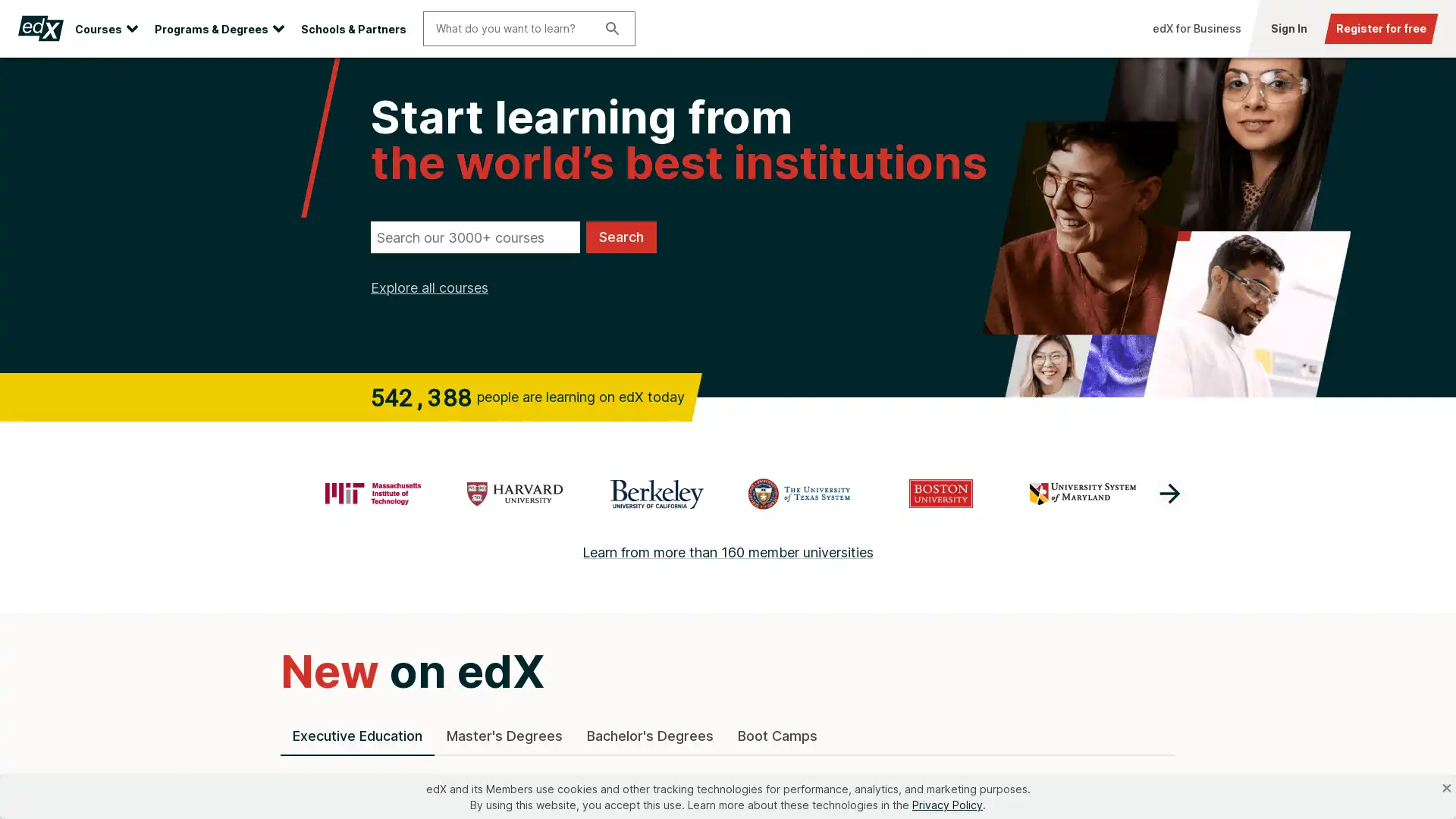  What do you see at coordinates (1160, 785) in the screenshot?
I see `scroll toward end` at bounding box center [1160, 785].